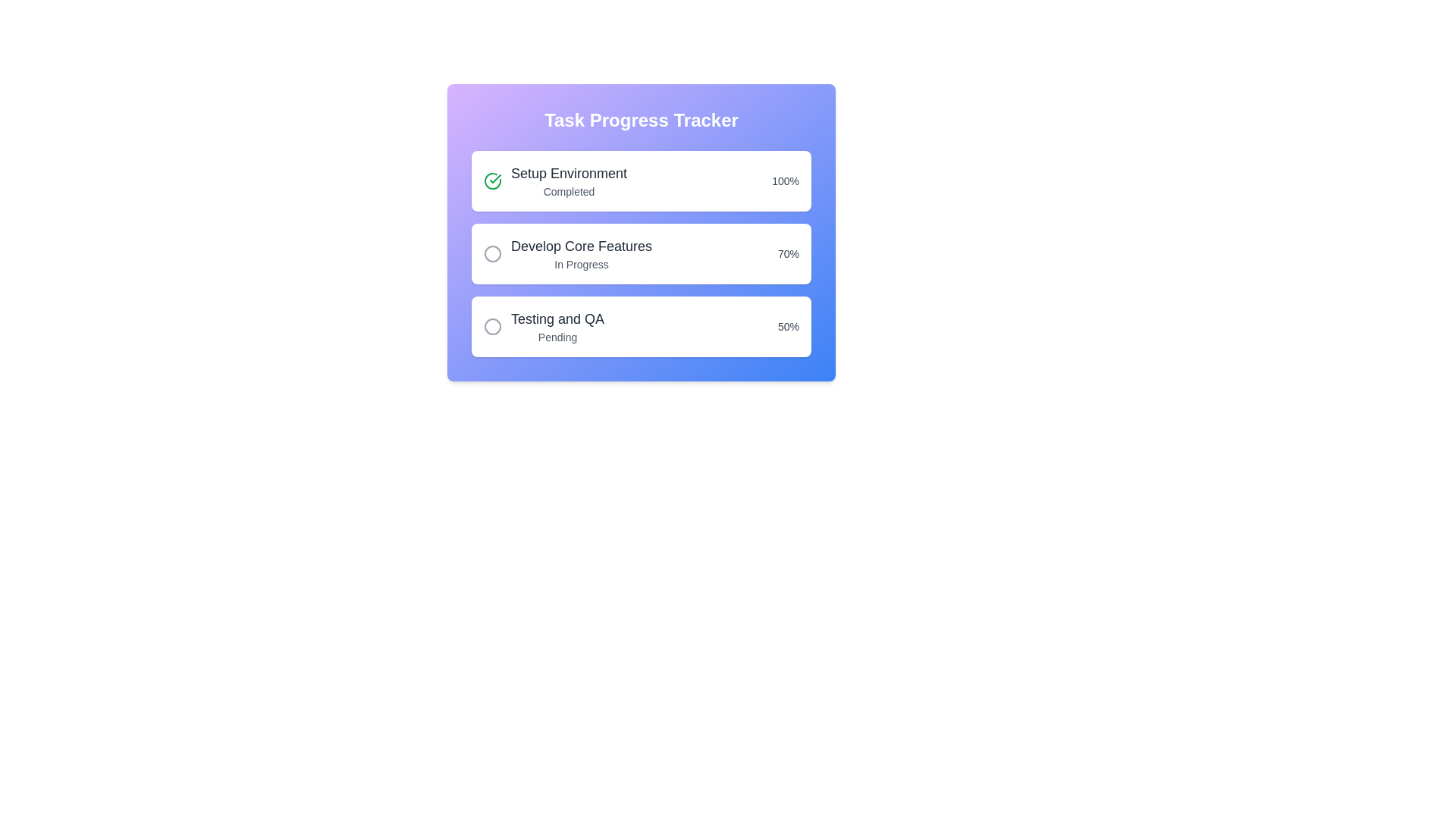 Image resolution: width=1456 pixels, height=819 pixels. I want to click on the text label displaying 'In Progress', which is located beneath 'Develop Core Features' in the middle entry of the progress items, so click(581, 263).